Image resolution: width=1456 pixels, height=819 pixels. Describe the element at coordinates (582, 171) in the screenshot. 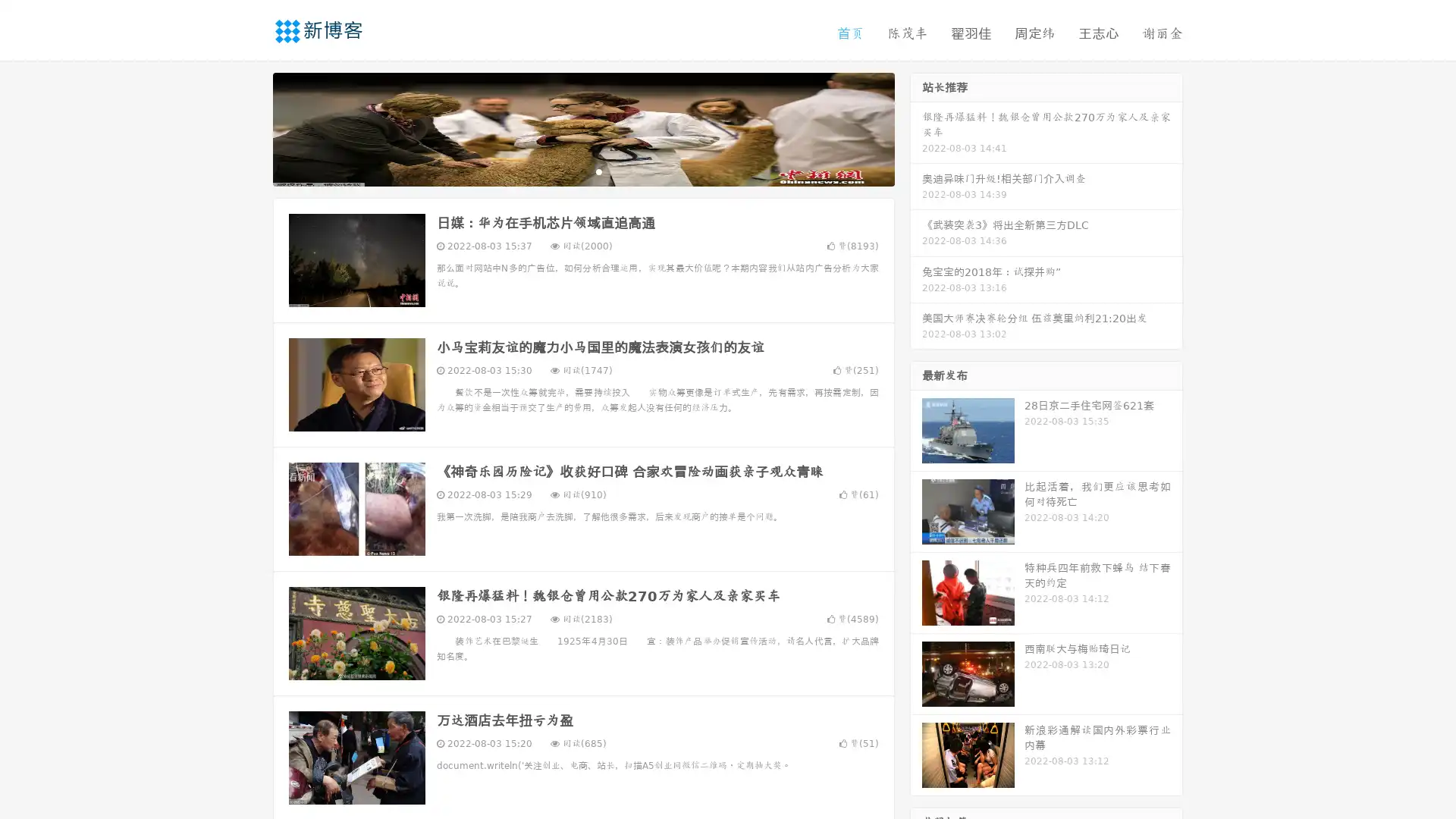

I see `Go to slide 2` at that location.